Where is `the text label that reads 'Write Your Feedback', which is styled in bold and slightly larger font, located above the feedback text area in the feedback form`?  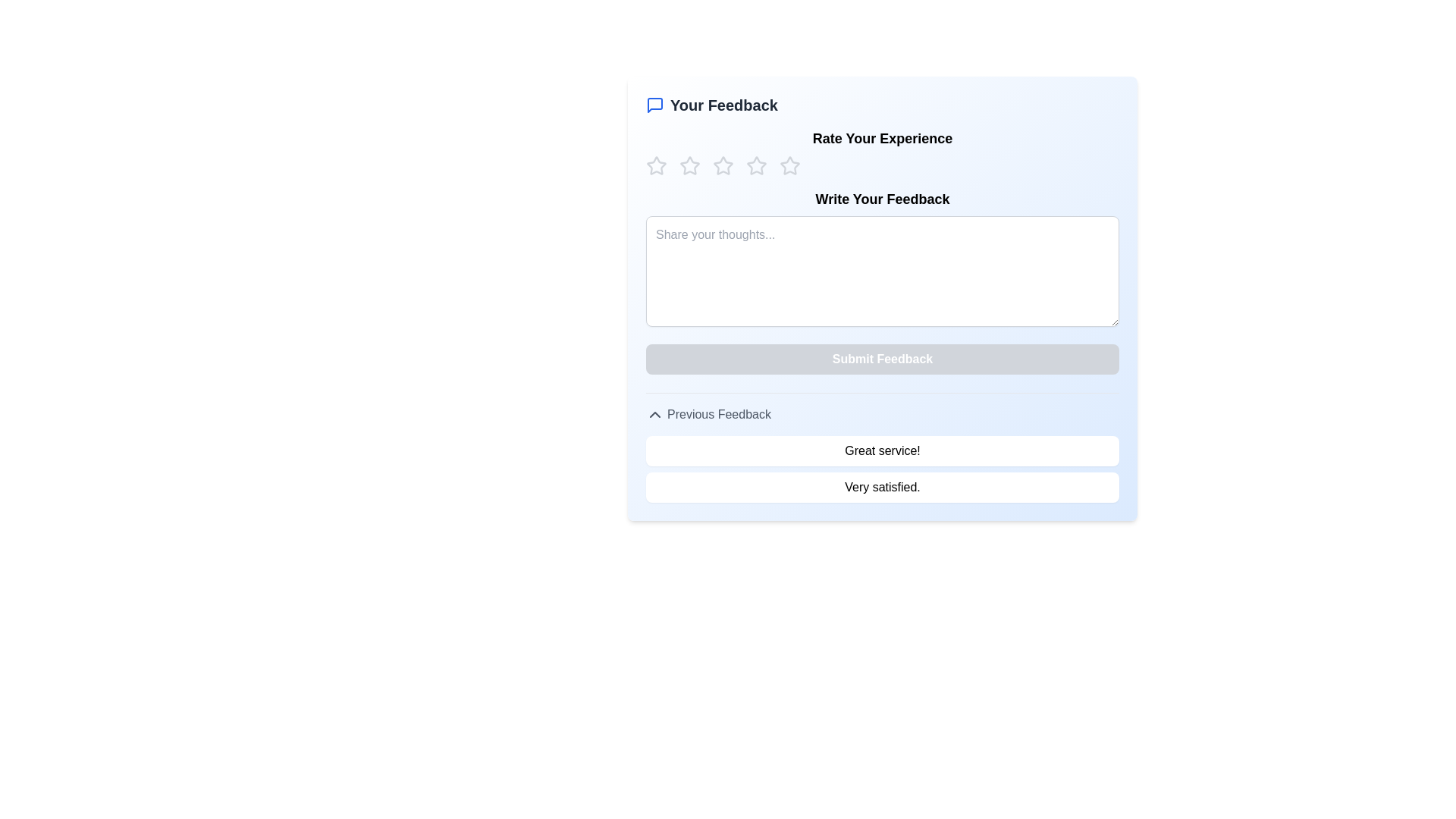 the text label that reads 'Write Your Feedback', which is styled in bold and slightly larger font, located above the feedback text area in the feedback form is located at coordinates (882, 198).